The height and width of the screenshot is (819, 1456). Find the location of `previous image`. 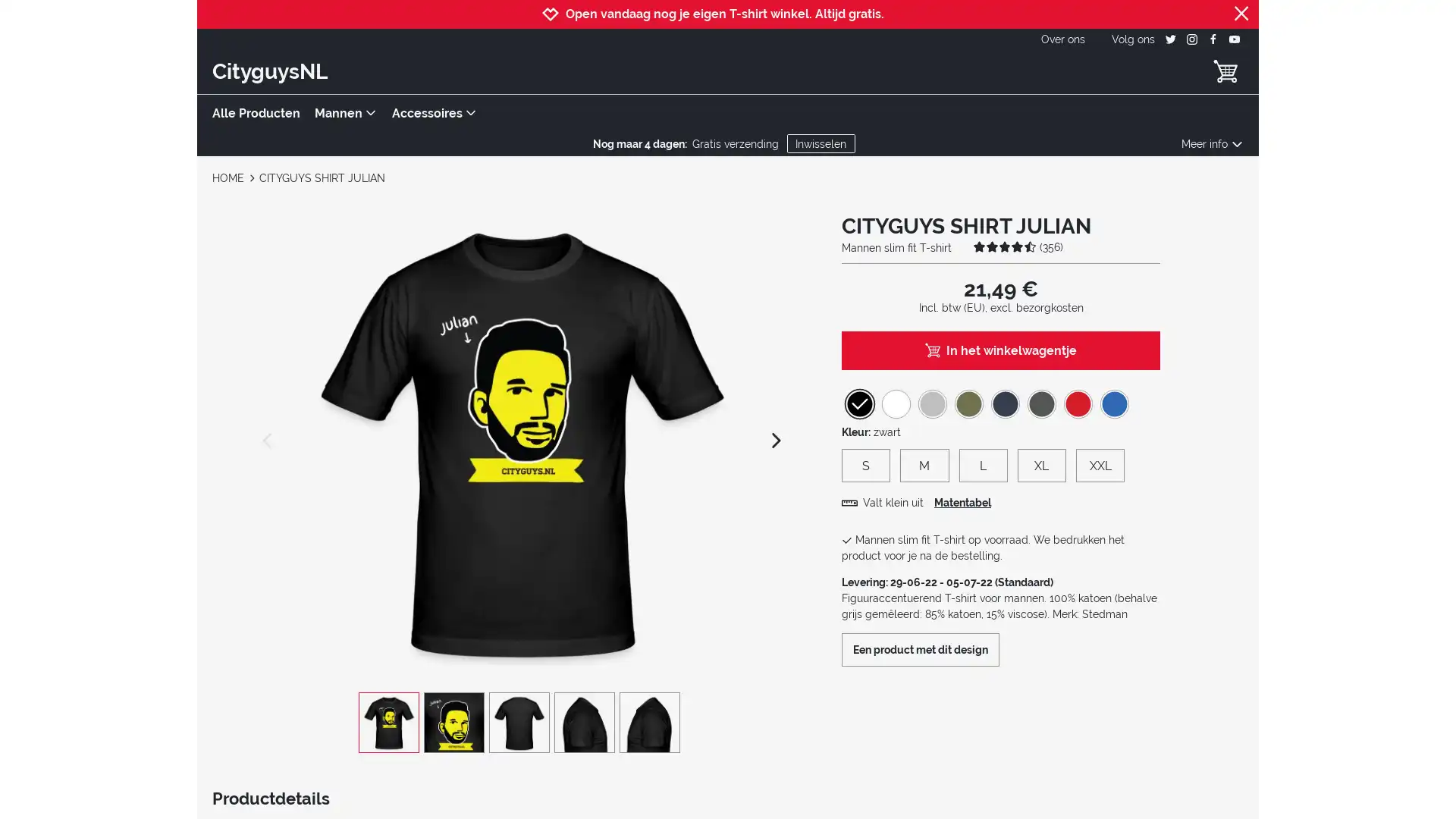

previous image is located at coordinates (268, 439).